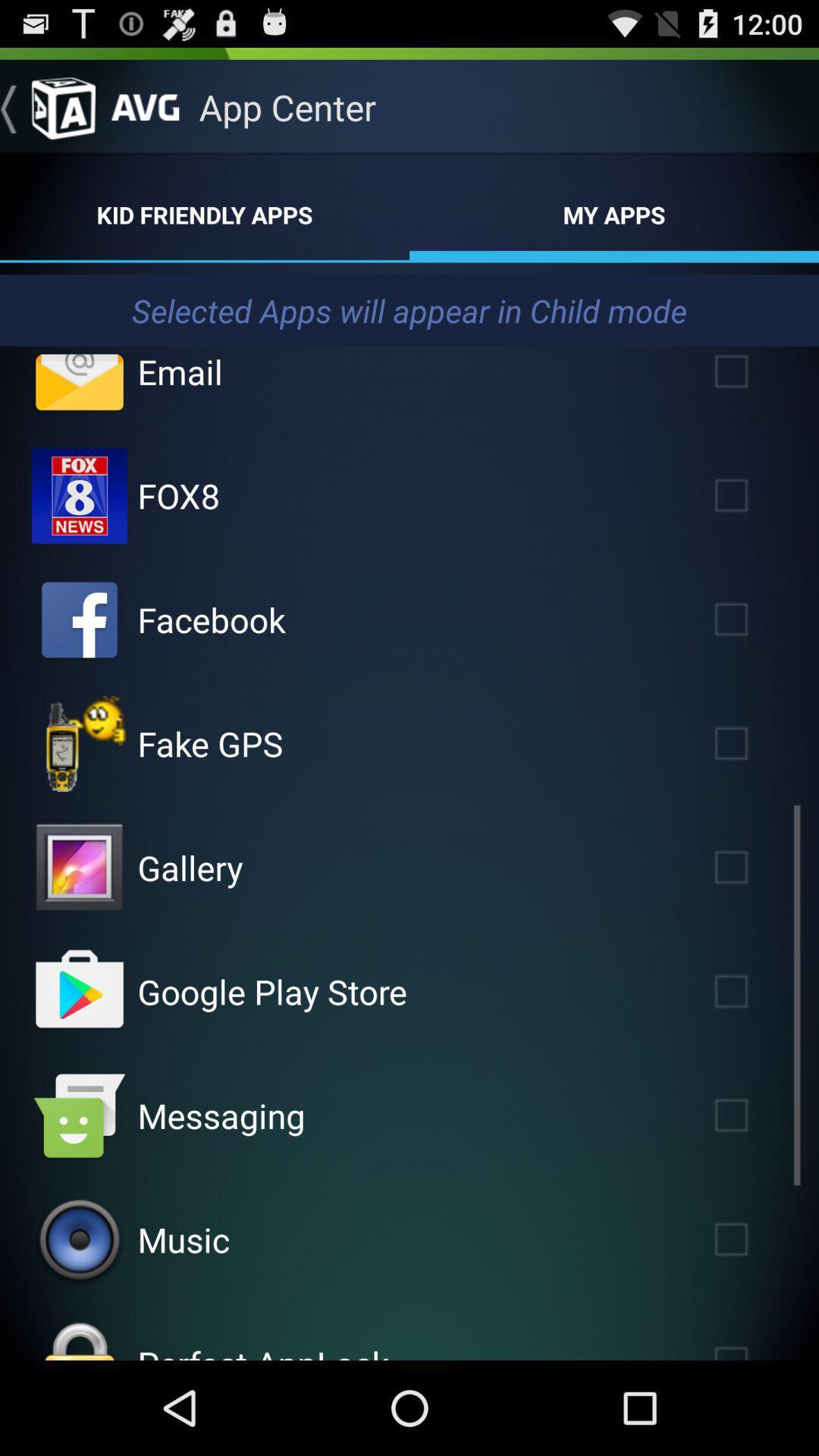 The width and height of the screenshot is (819, 1456). What do you see at coordinates (753, 868) in the screenshot?
I see `opens app in child mode` at bounding box center [753, 868].